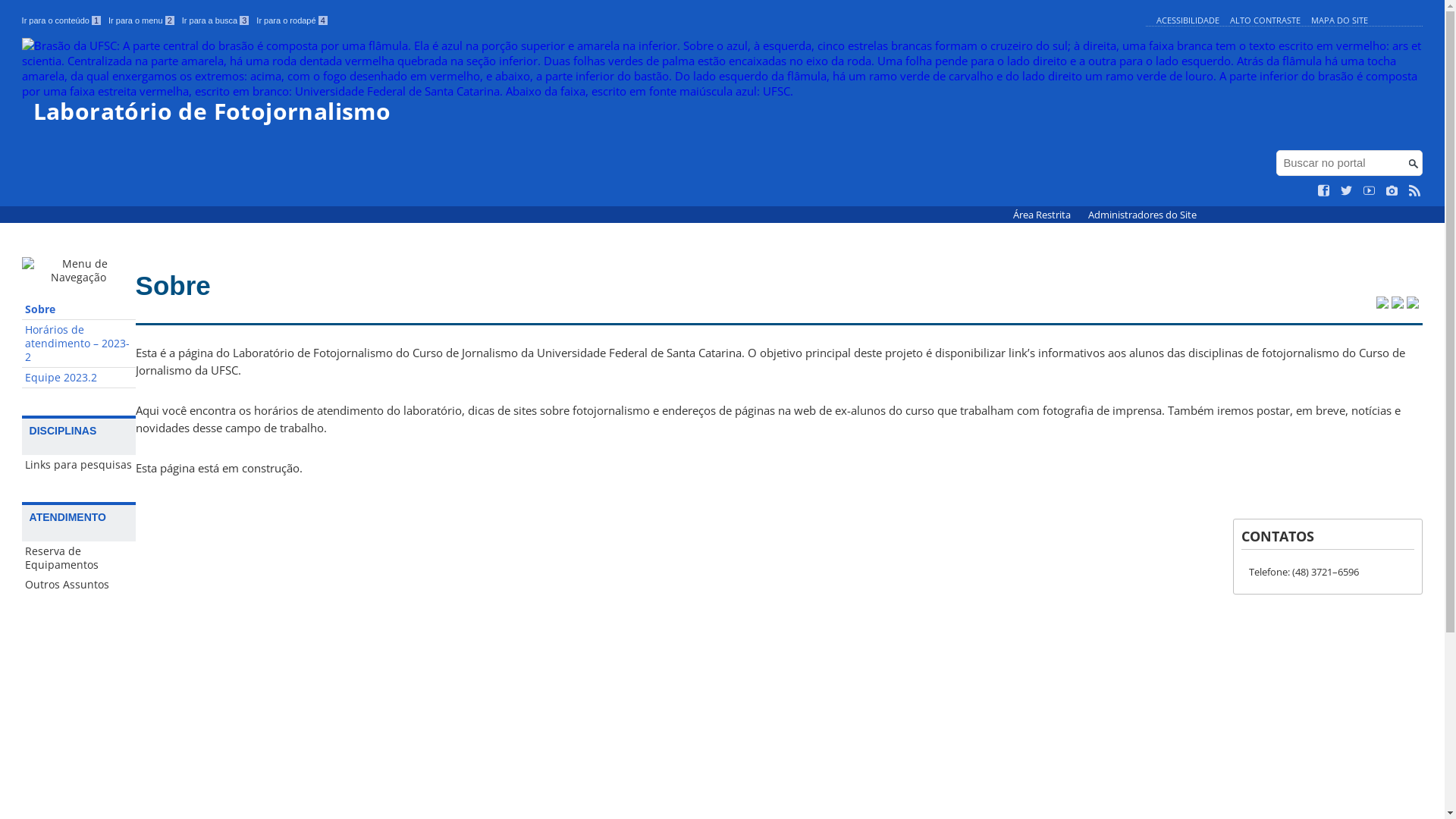  I want to click on 'ACESSIBILIDADE', so click(1187, 20).